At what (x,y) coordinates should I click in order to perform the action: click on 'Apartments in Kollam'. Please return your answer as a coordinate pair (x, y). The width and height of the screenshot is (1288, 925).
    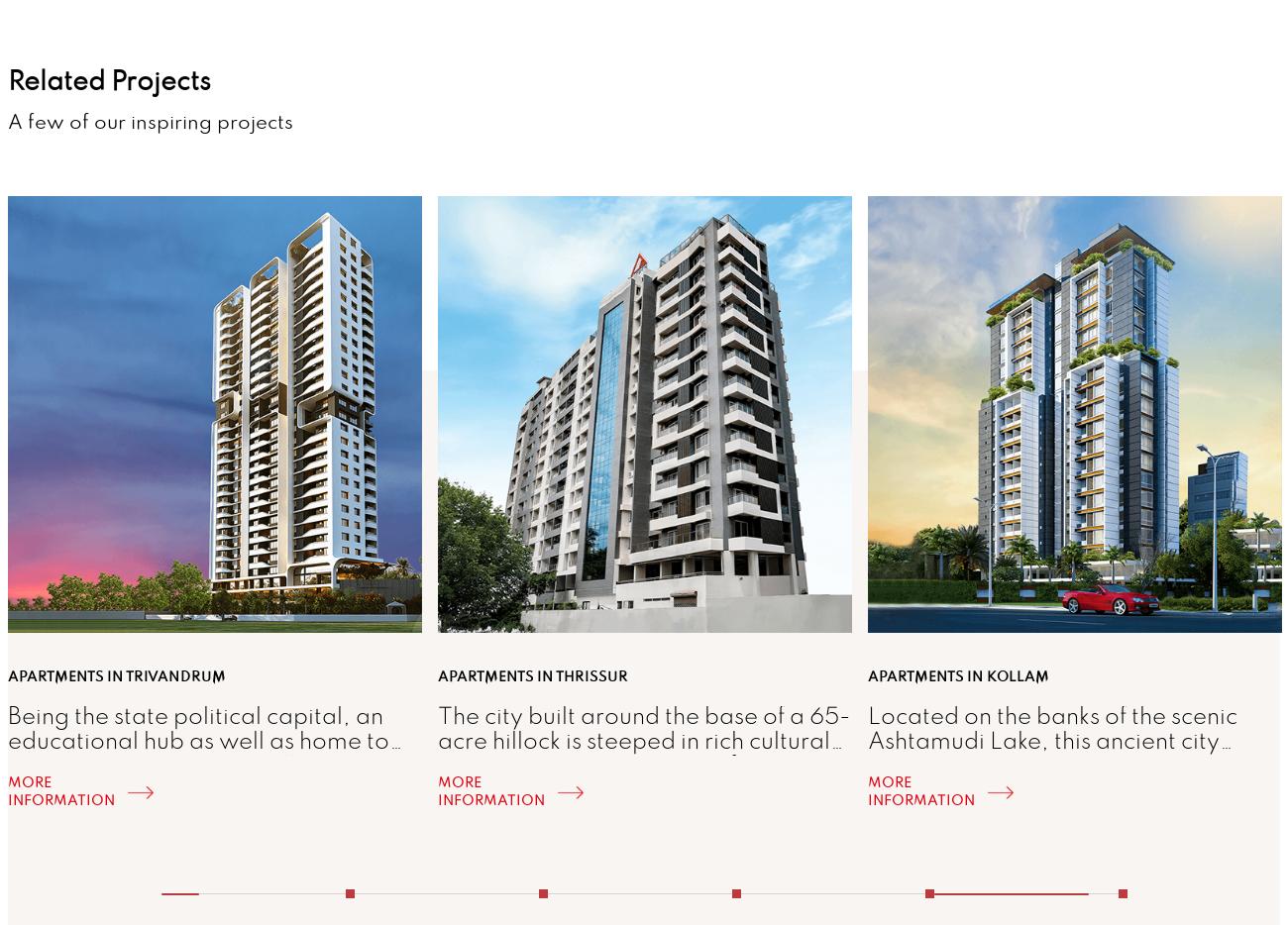
    Looking at the image, I should click on (958, 675).